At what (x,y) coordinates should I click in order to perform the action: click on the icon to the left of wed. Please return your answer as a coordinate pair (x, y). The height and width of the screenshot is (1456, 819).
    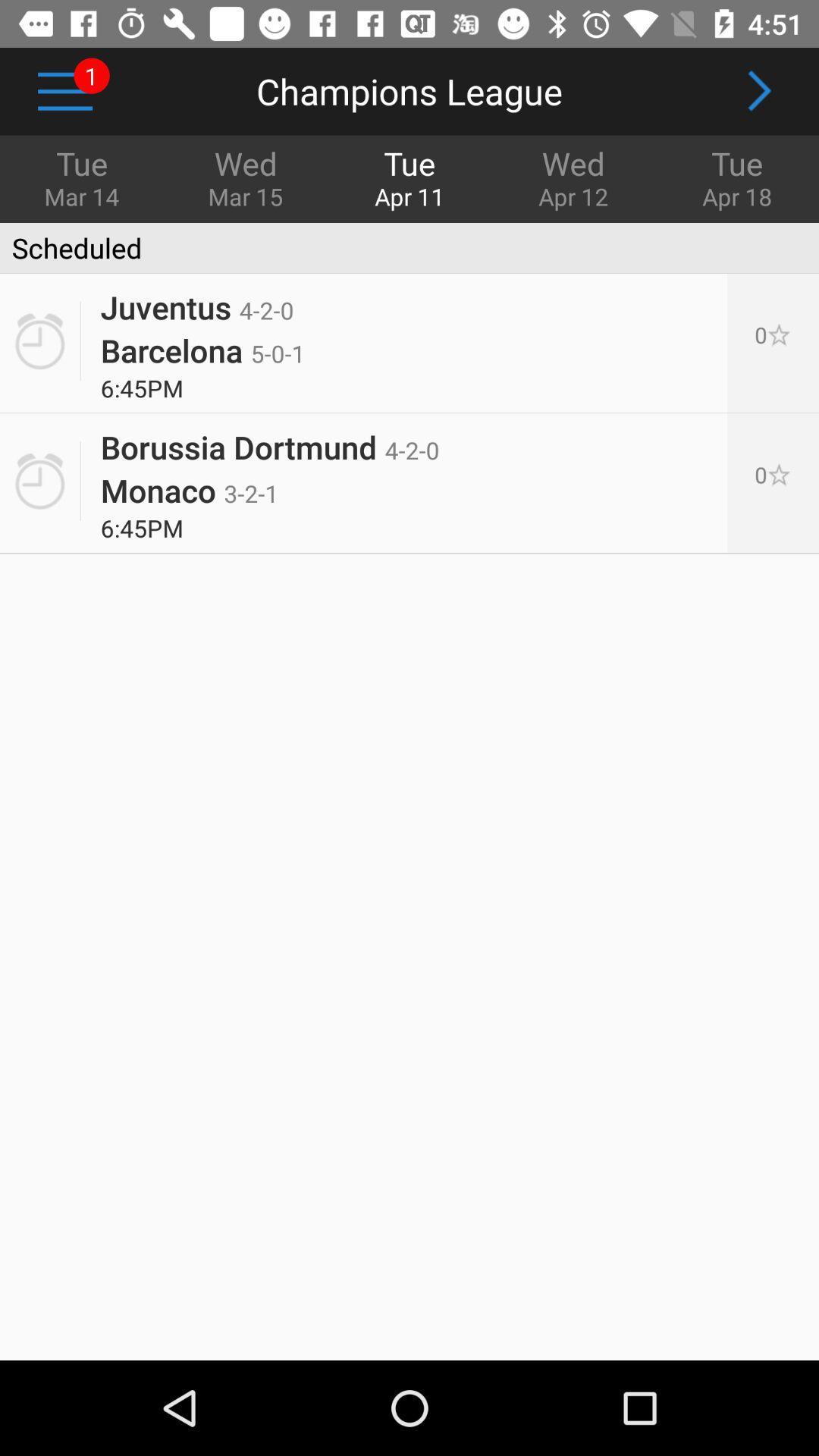
    Looking at the image, I should click on (64, 90).